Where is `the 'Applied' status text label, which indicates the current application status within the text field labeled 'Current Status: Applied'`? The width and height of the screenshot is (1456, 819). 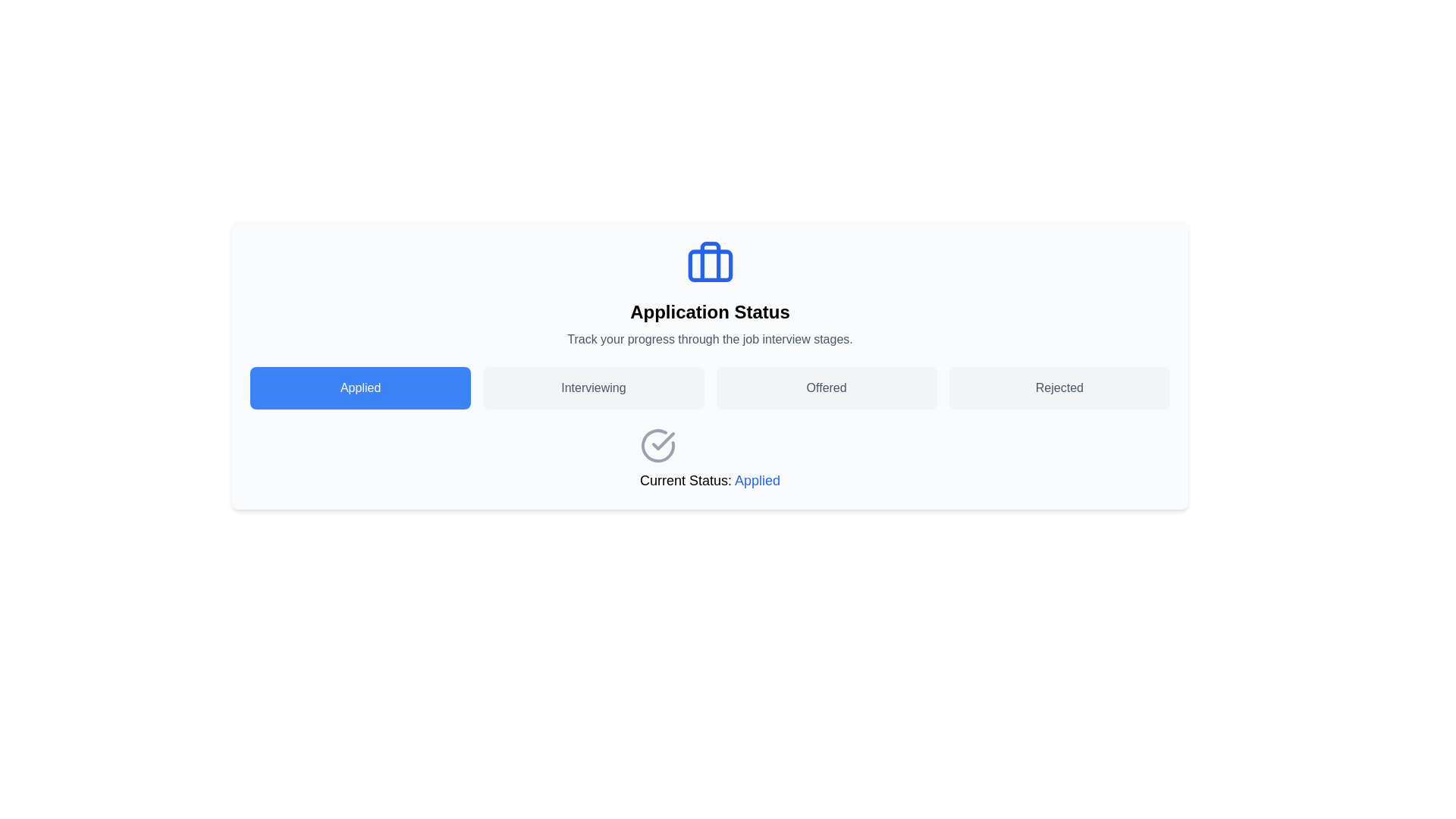 the 'Applied' status text label, which indicates the current application status within the text field labeled 'Current Status: Applied' is located at coordinates (757, 480).